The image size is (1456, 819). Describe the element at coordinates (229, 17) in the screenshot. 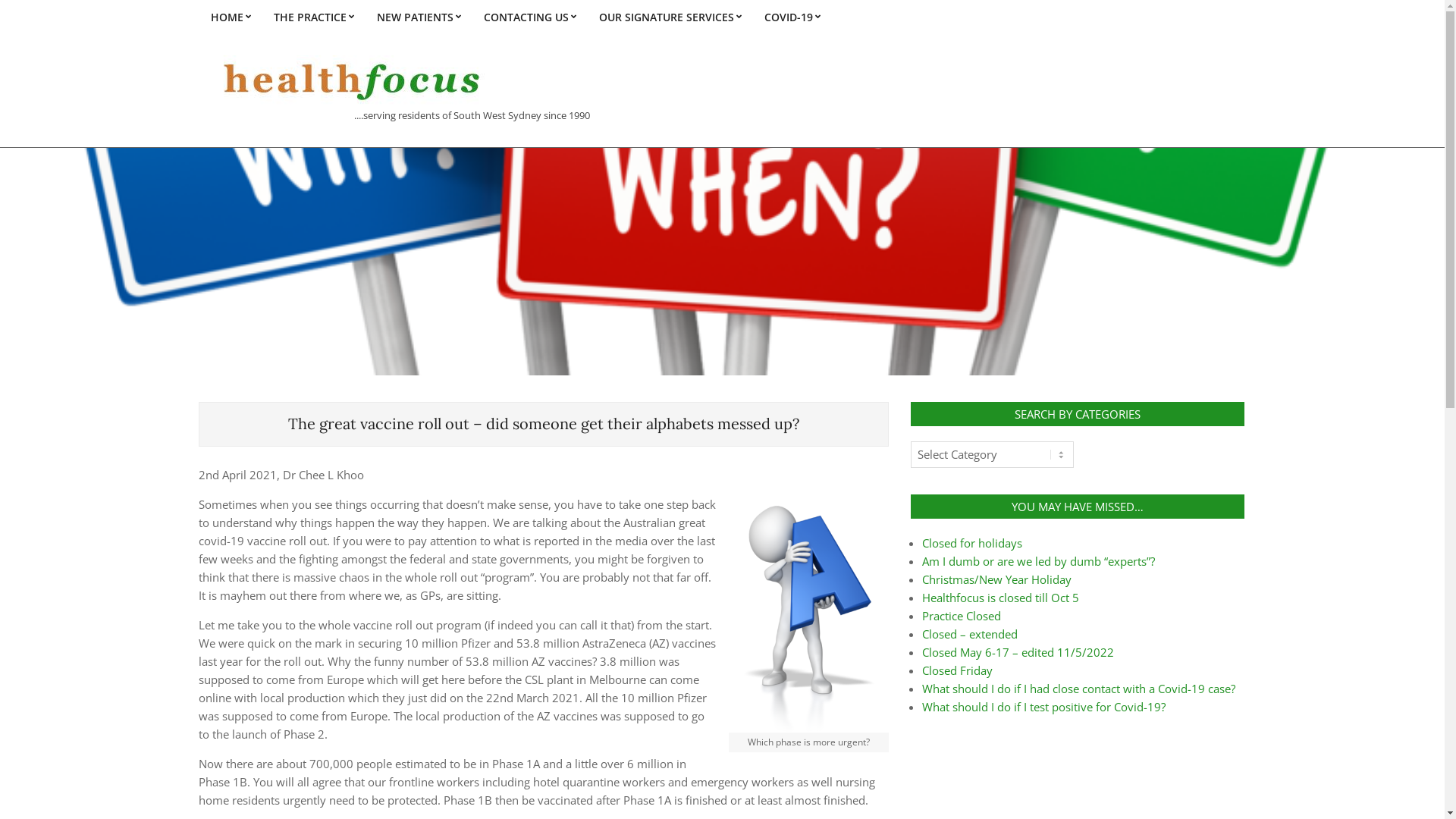

I see `'HOME'` at that location.